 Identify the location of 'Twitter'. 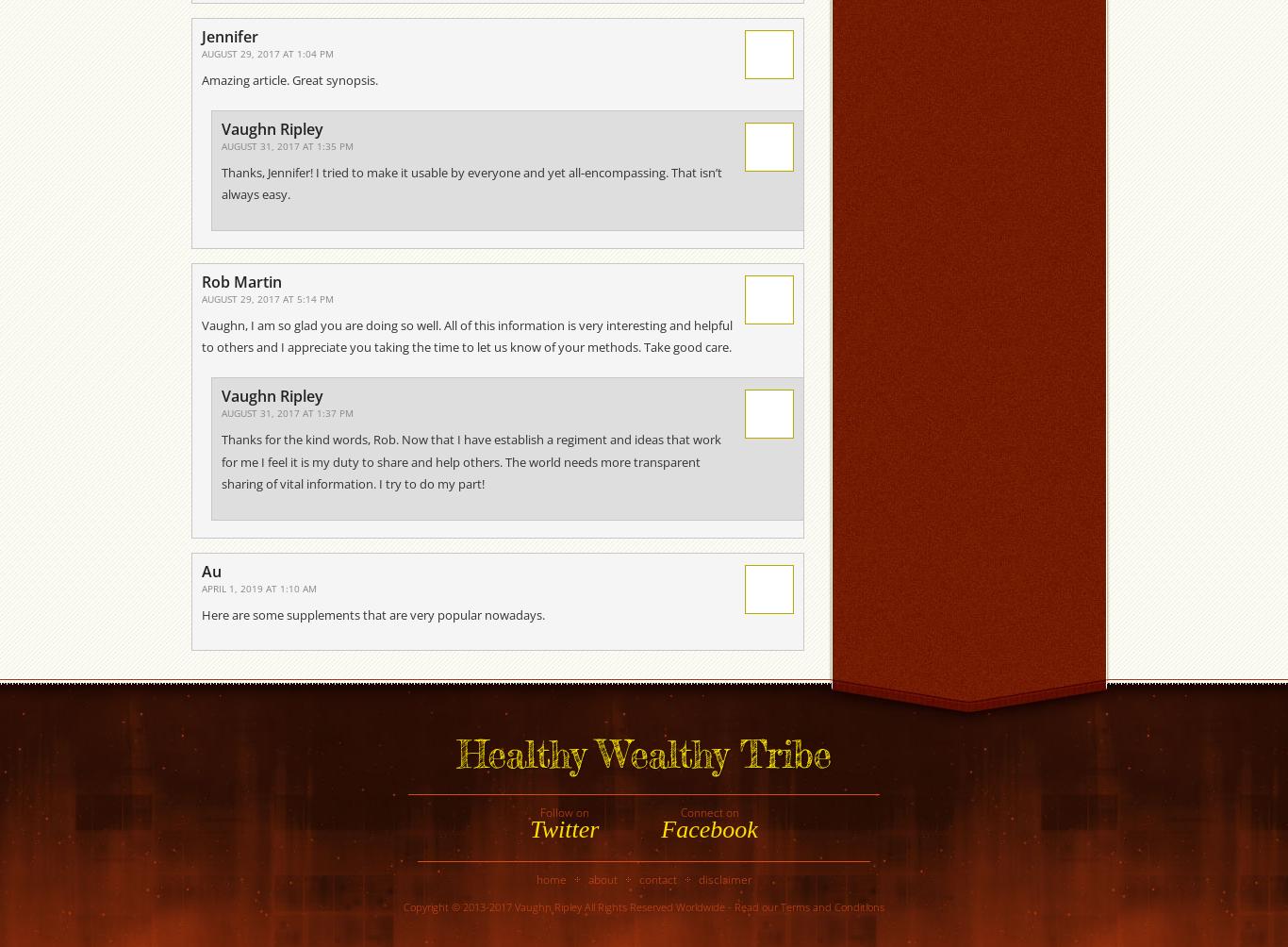
(529, 828).